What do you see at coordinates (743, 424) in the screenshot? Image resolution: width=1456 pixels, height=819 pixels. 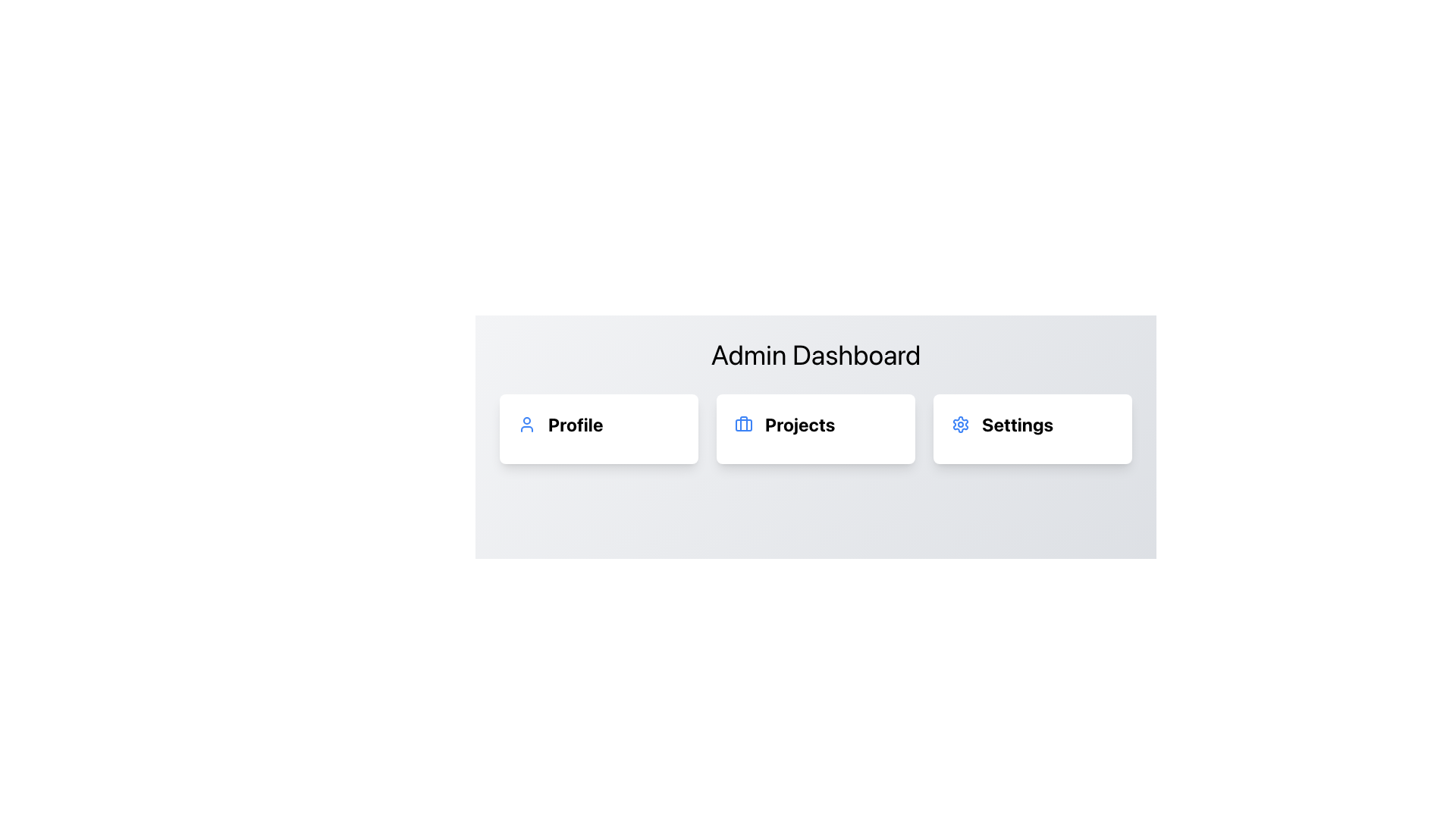 I see `the right vertical line segment of the suitcase icon, which is part of the structural outline and positioned to the right side of the suitcase handle, located above the text 'Projects'` at bounding box center [743, 424].